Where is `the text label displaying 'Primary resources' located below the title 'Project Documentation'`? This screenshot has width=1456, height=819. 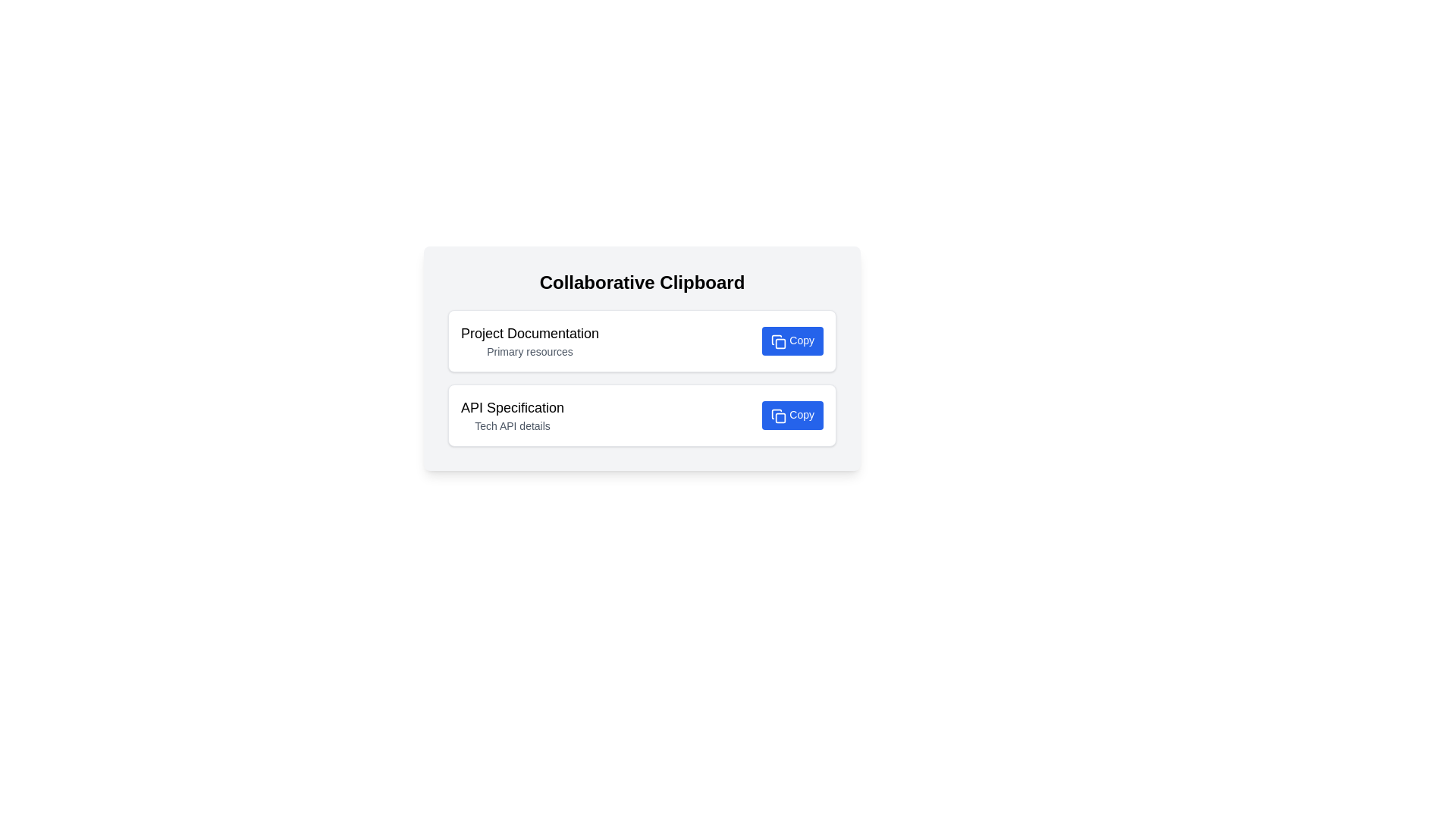 the text label displaying 'Primary resources' located below the title 'Project Documentation' is located at coordinates (530, 351).